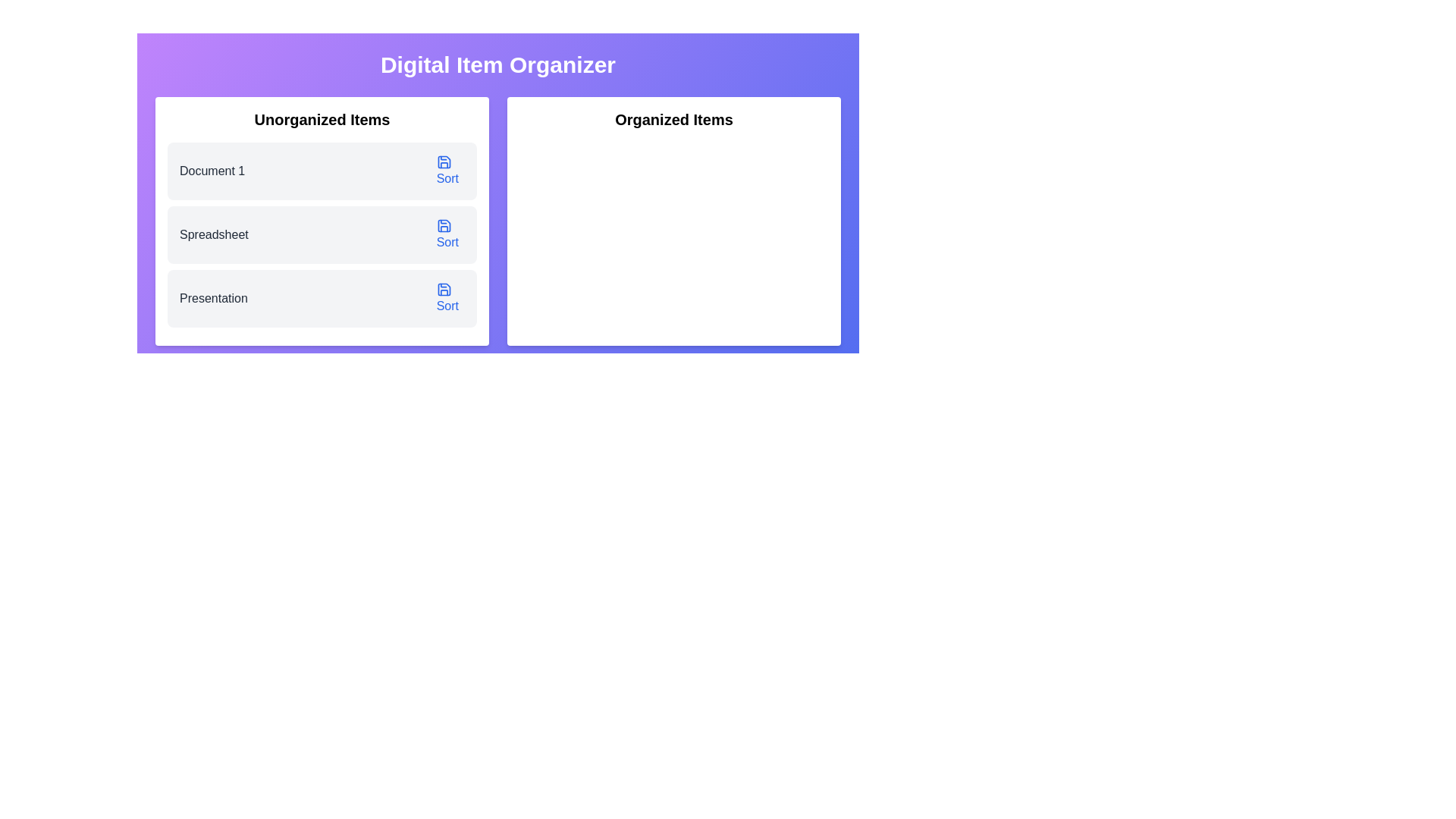 The height and width of the screenshot is (819, 1456). What do you see at coordinates (498, 221) in the screenshot?
I see `and drop items from the 'Unorganized Items' column` at bounding box center [498, 221].